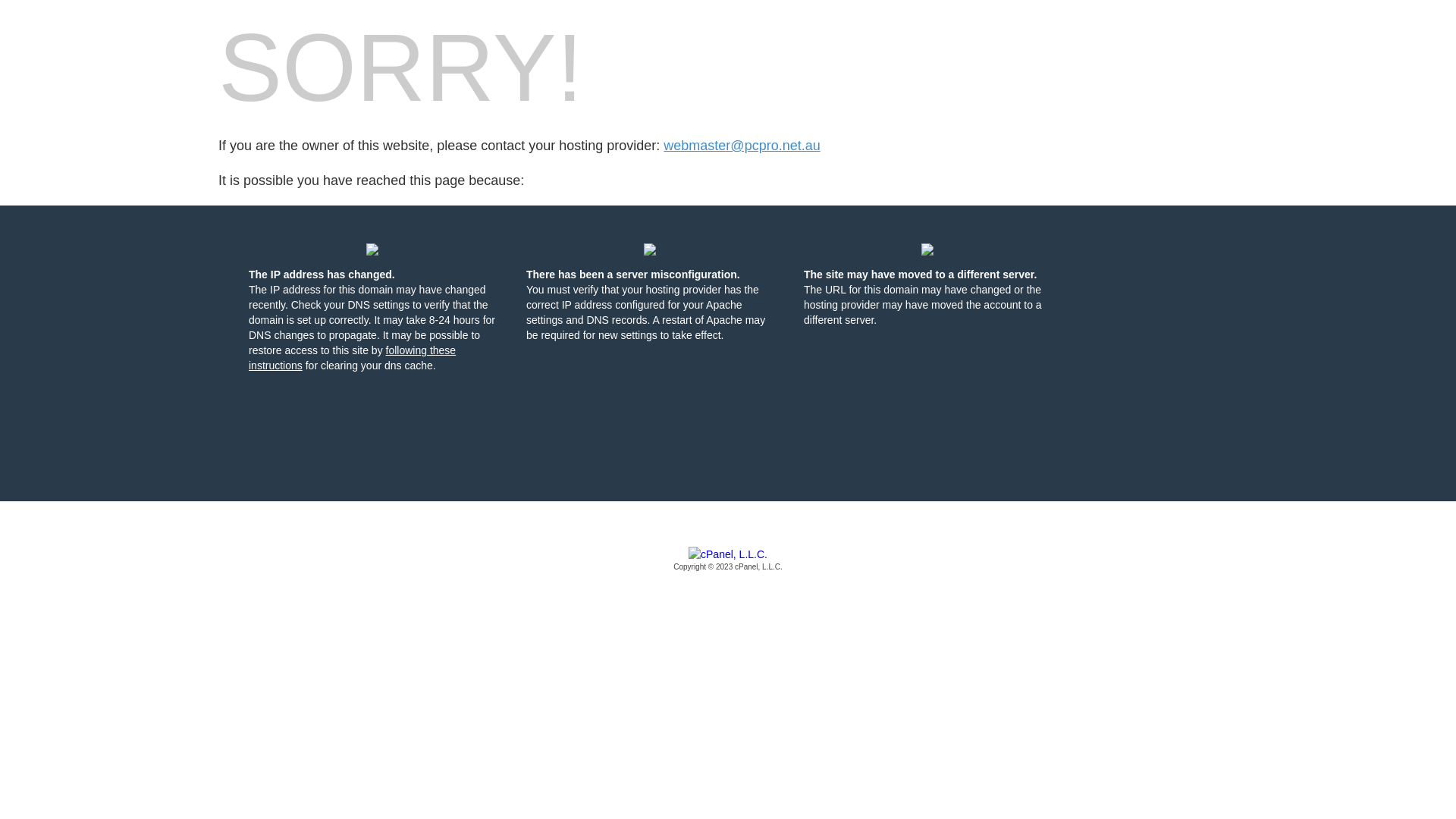 The height and width of the screenshot is (819, 1456). What do you see at coordinates (248, 357) in the screenshot?
I see `'following these instructions'` at bounding box center [248, 357].